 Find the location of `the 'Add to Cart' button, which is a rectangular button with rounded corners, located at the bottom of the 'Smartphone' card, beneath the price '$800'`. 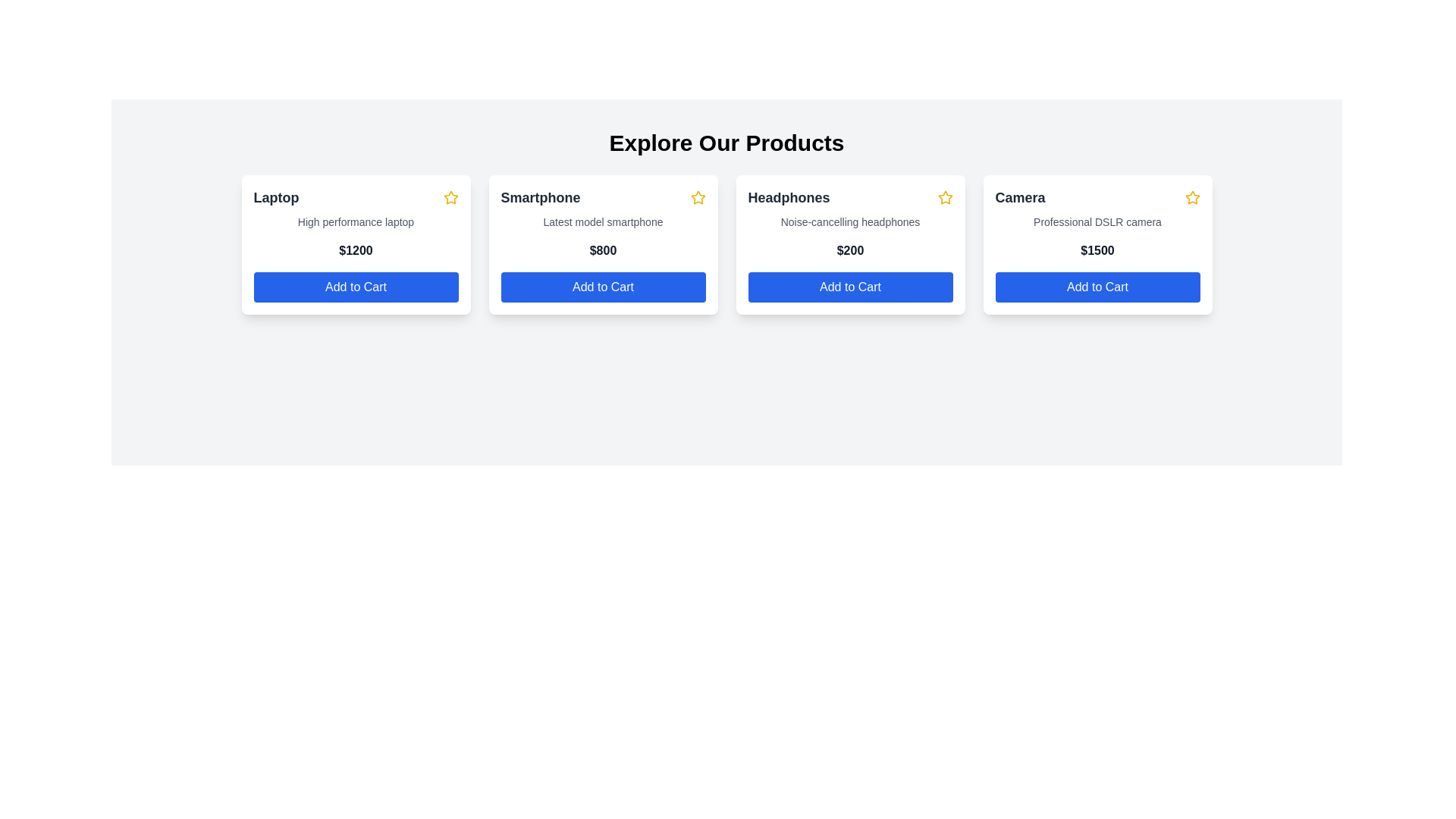

the 'Add to Cart' button, which is a rectangular button with rounded corners, located at the bottom of the 'Smartphone' card, beneath the price '$800' is located at coordinates (602, 287).